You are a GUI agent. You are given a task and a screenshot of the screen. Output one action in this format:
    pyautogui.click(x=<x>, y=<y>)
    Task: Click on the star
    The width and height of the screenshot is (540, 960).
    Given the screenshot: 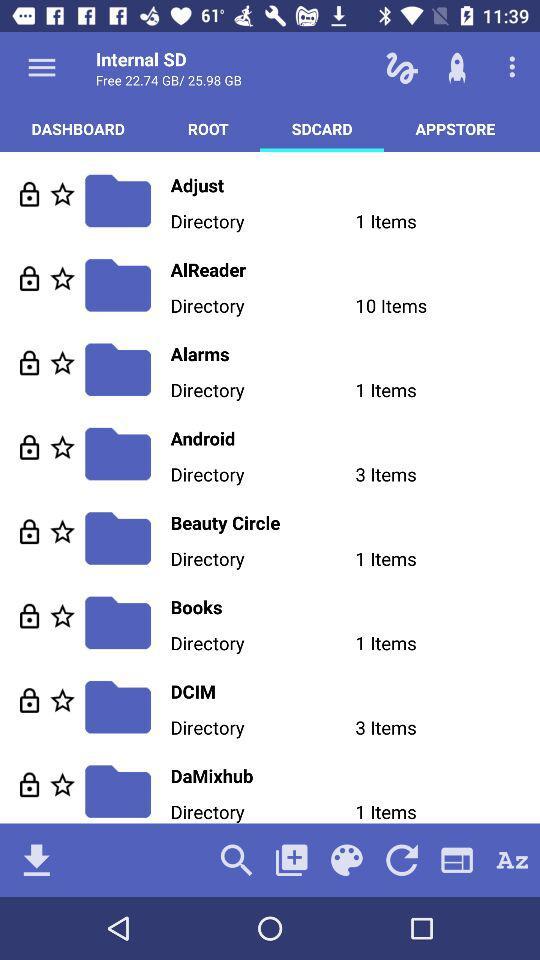 What is the action you would take?
    pyautogui.click(x=62, y=530)
    